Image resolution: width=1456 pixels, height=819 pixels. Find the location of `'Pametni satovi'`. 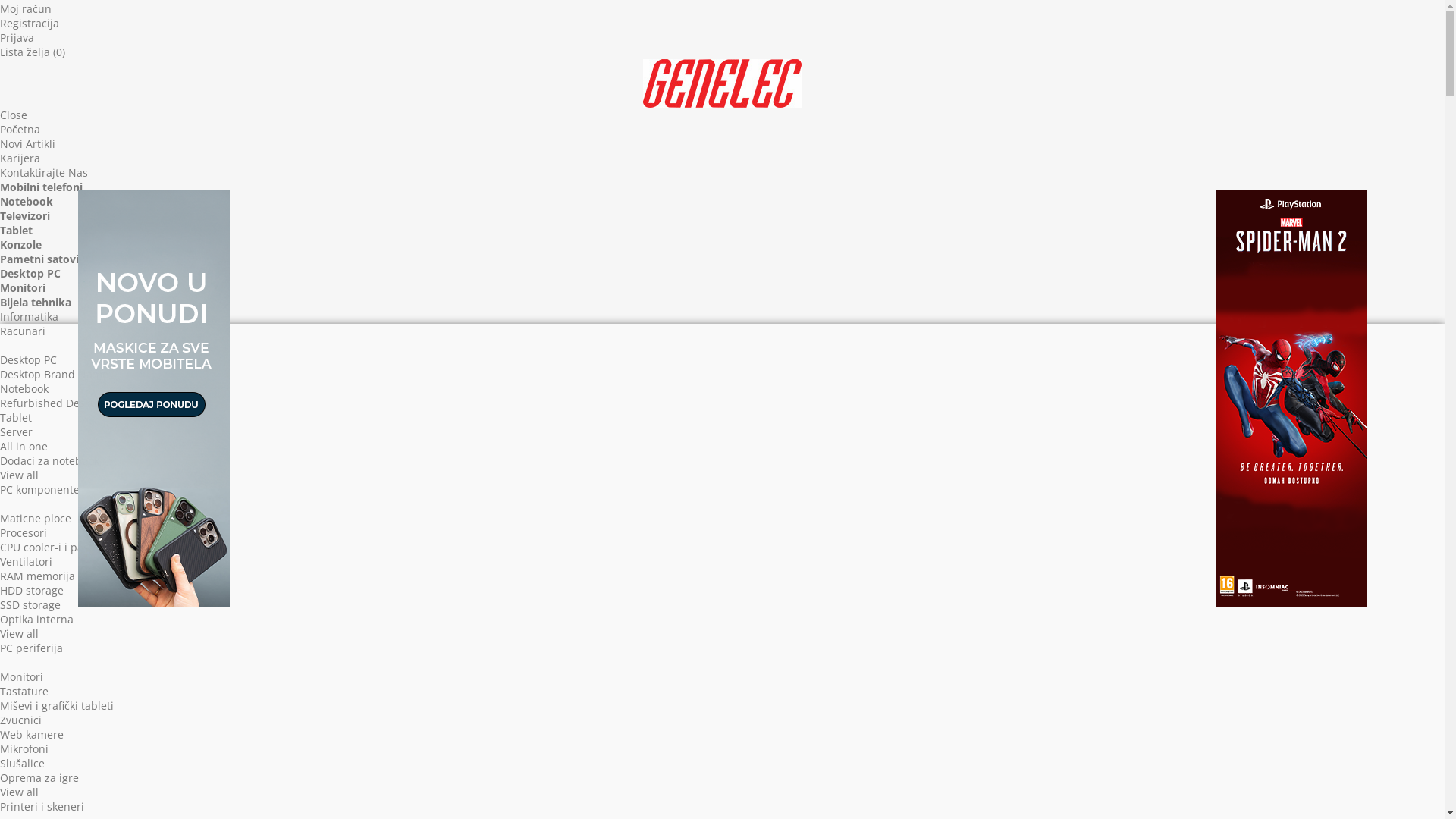

'Pametni satovi' is located at coordinates (39, 258).